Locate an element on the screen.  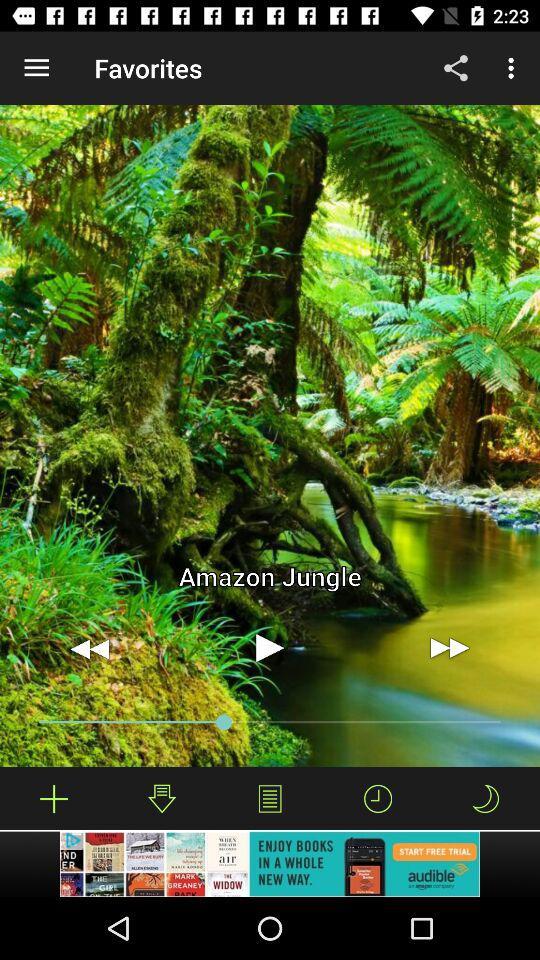
forward button is located at coordinates (449, 647).